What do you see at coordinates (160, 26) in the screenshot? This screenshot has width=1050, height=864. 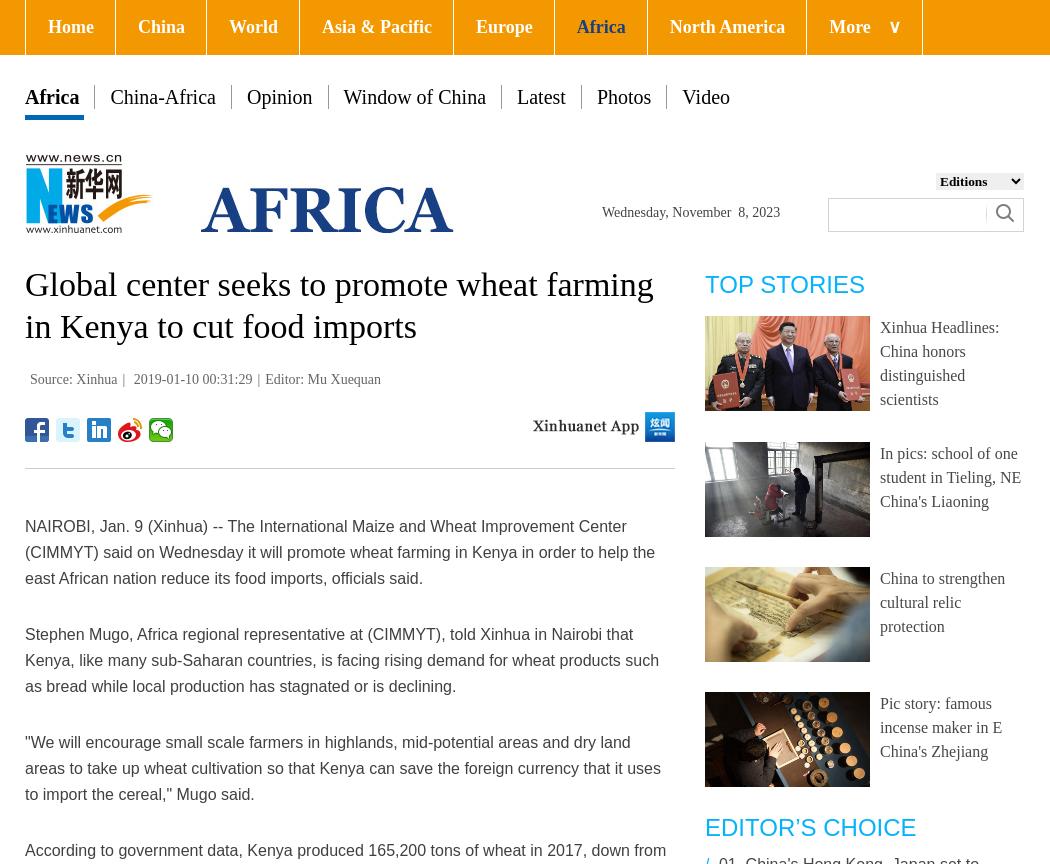 I see `'China'` at bounding box center [160, 26].